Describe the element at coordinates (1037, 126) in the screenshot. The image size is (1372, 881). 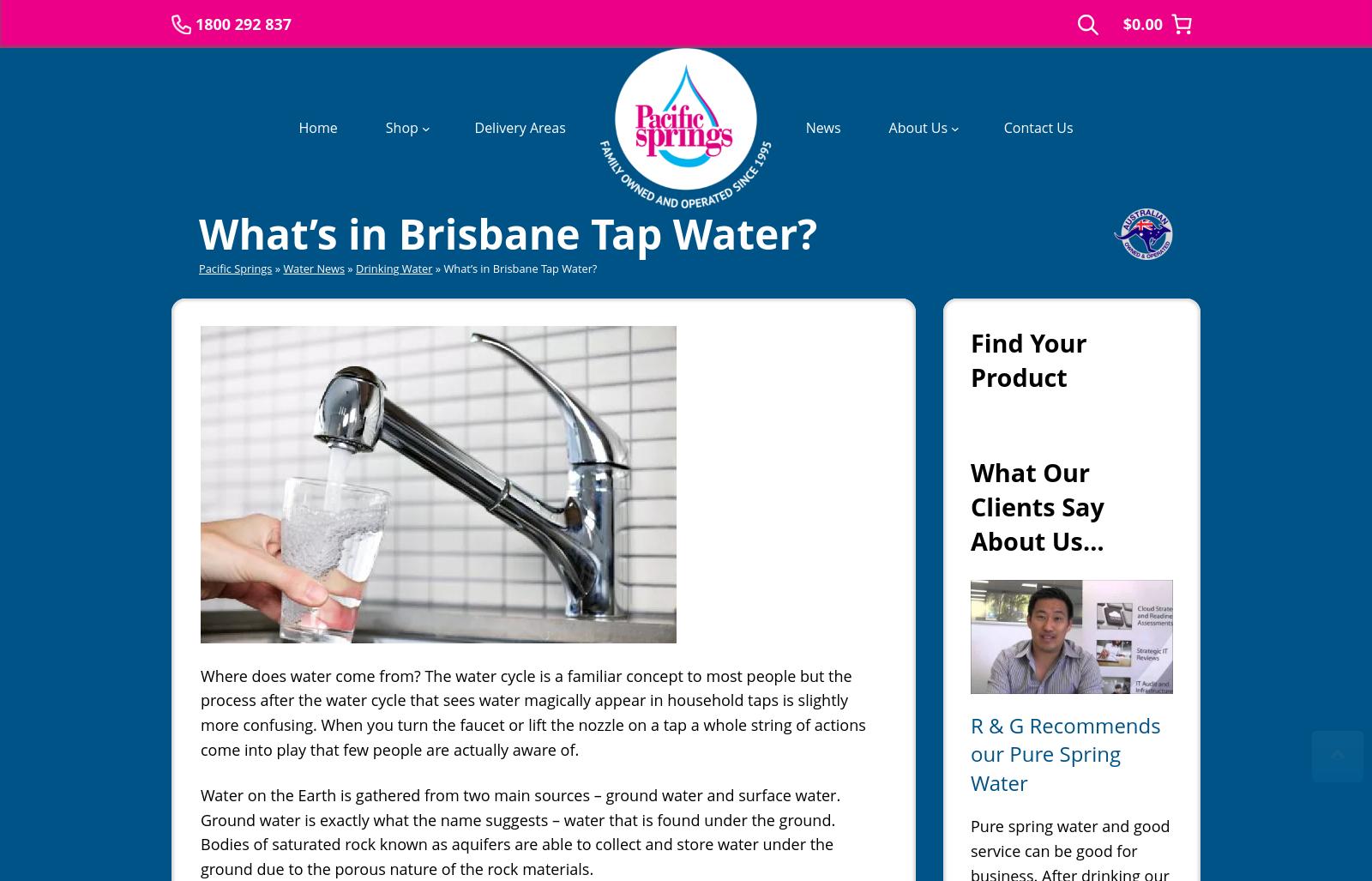
I see `'Contact Us'` at that location.